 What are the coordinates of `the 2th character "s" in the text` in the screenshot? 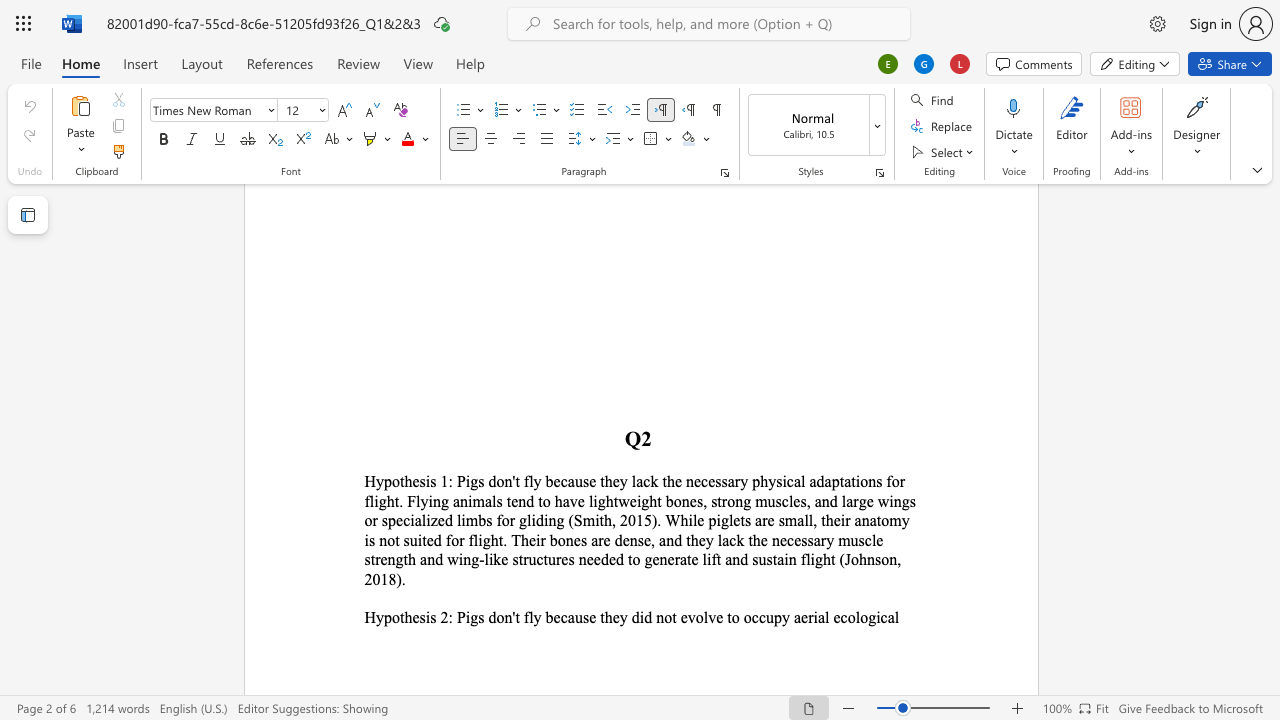 It's located at (718, 481).